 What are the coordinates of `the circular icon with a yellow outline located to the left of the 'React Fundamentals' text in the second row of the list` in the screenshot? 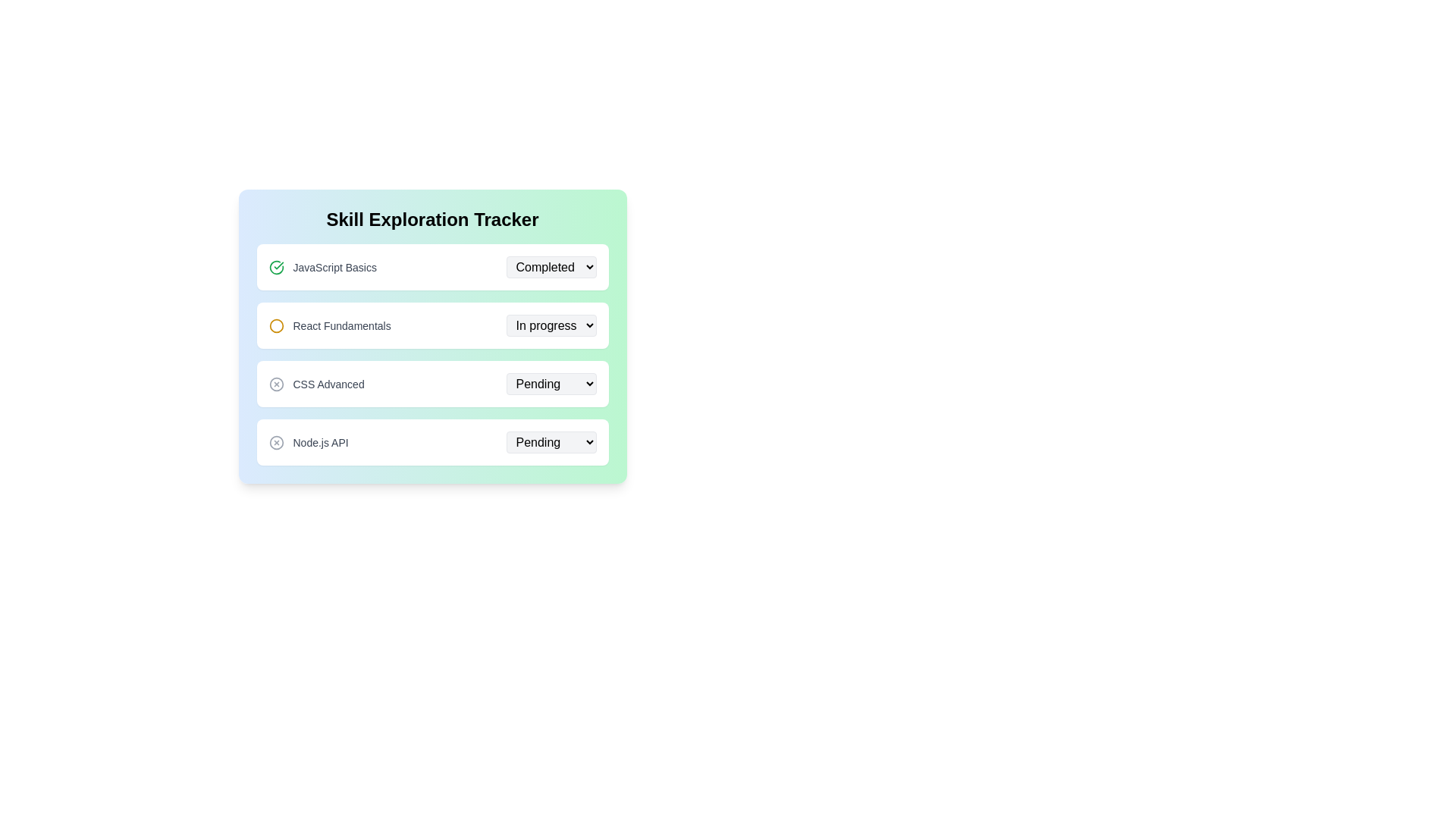 It's located at (276, 325).